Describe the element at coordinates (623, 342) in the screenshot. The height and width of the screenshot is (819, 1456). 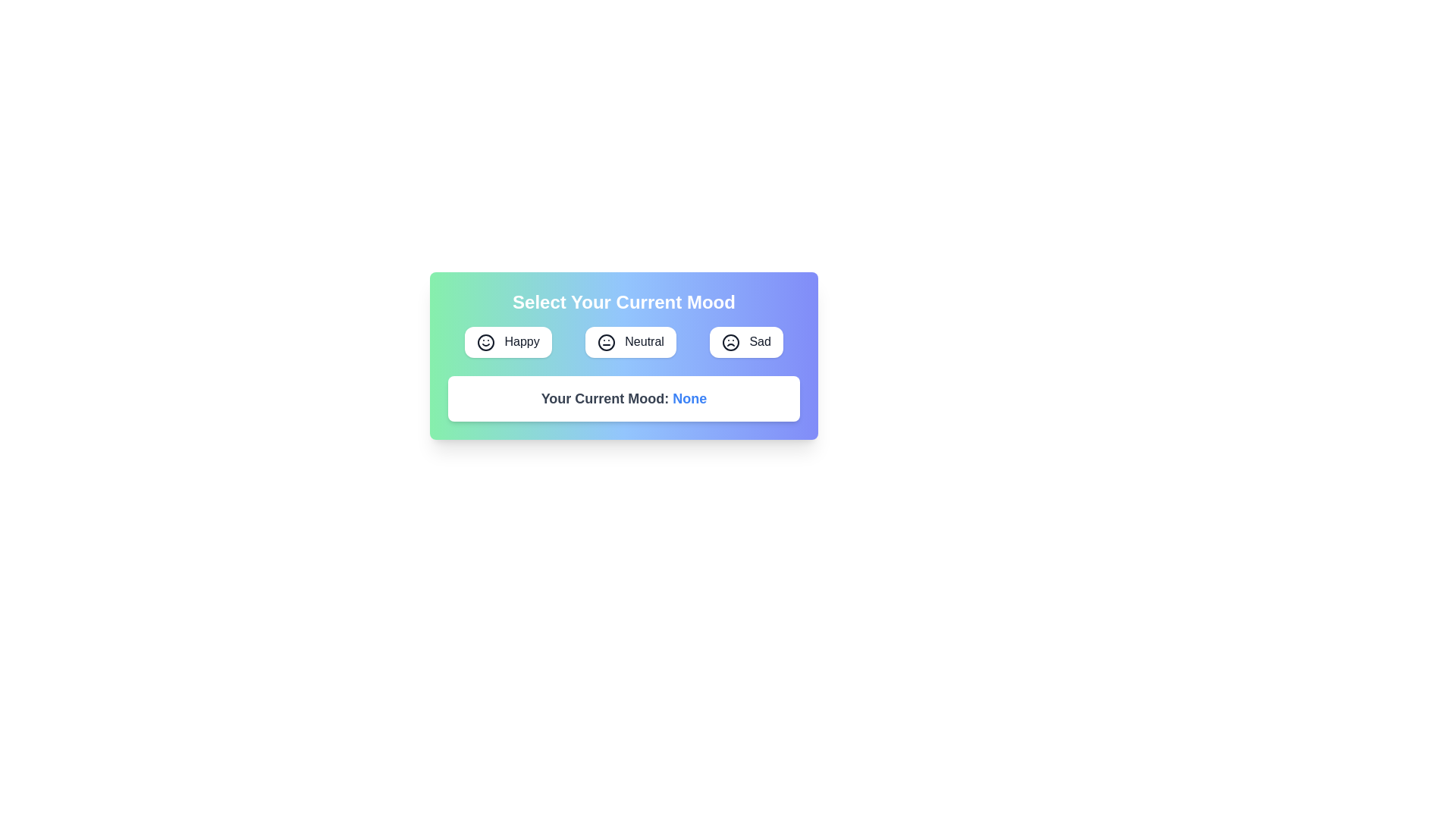
I see `the Grouped segmented control buttons displaying options 'Happy', 'Neutral', and 'Sad'` at that location.